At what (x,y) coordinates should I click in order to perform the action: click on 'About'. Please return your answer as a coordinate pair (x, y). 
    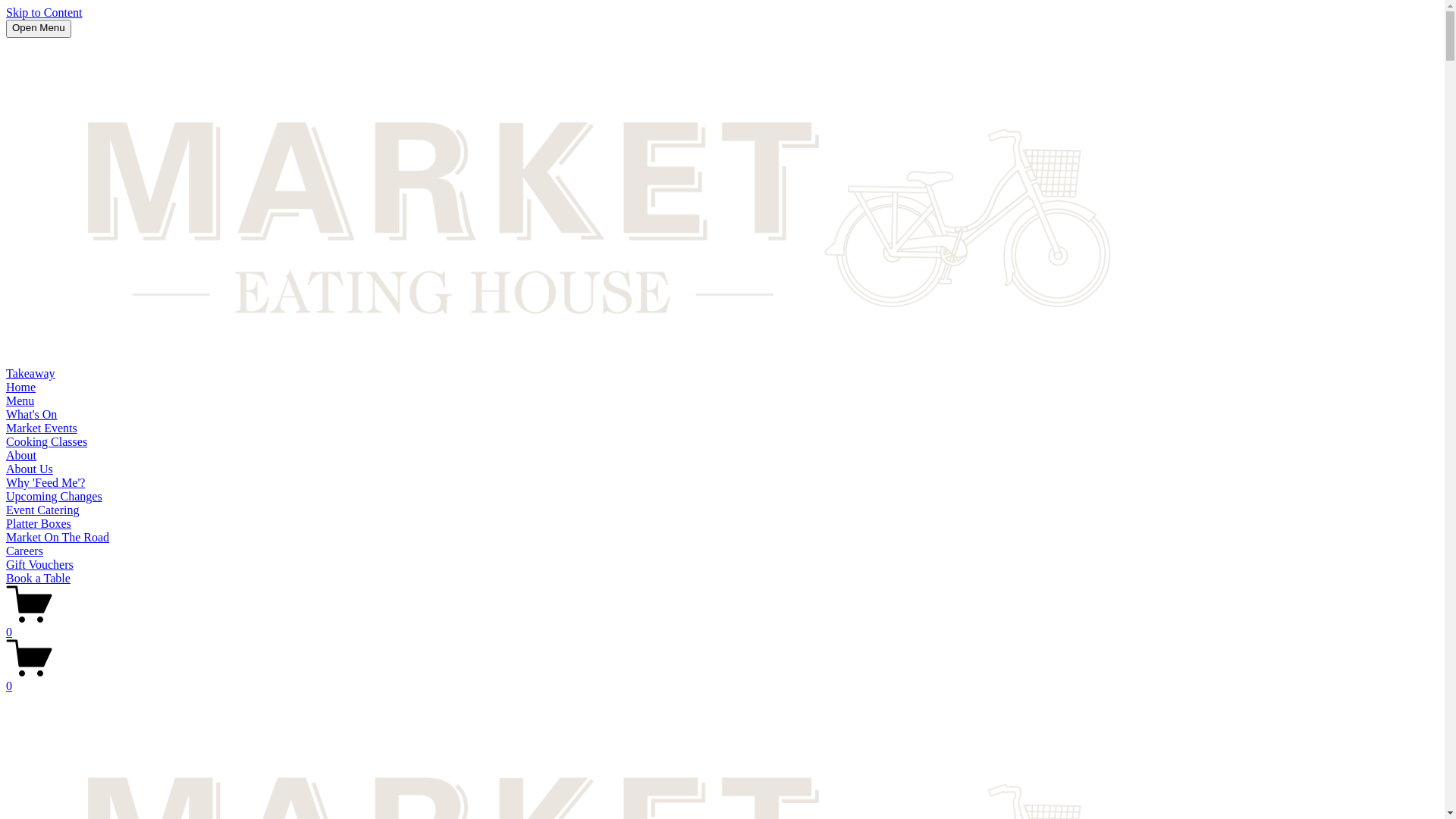
    Looking at the image, I should click on (21, 454).